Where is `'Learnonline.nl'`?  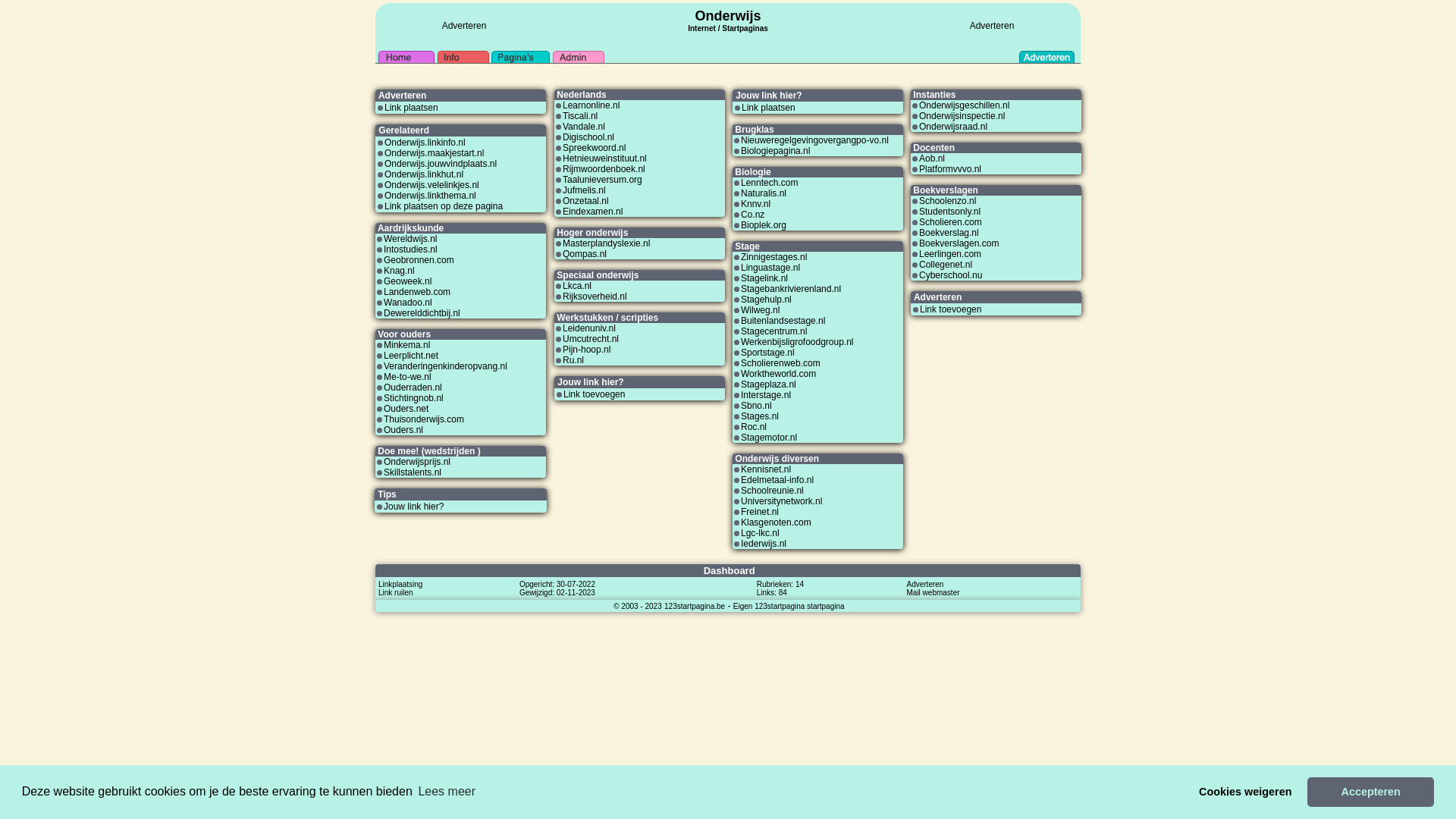 'Learnonline.nl' is located at coordinates (590, 104).